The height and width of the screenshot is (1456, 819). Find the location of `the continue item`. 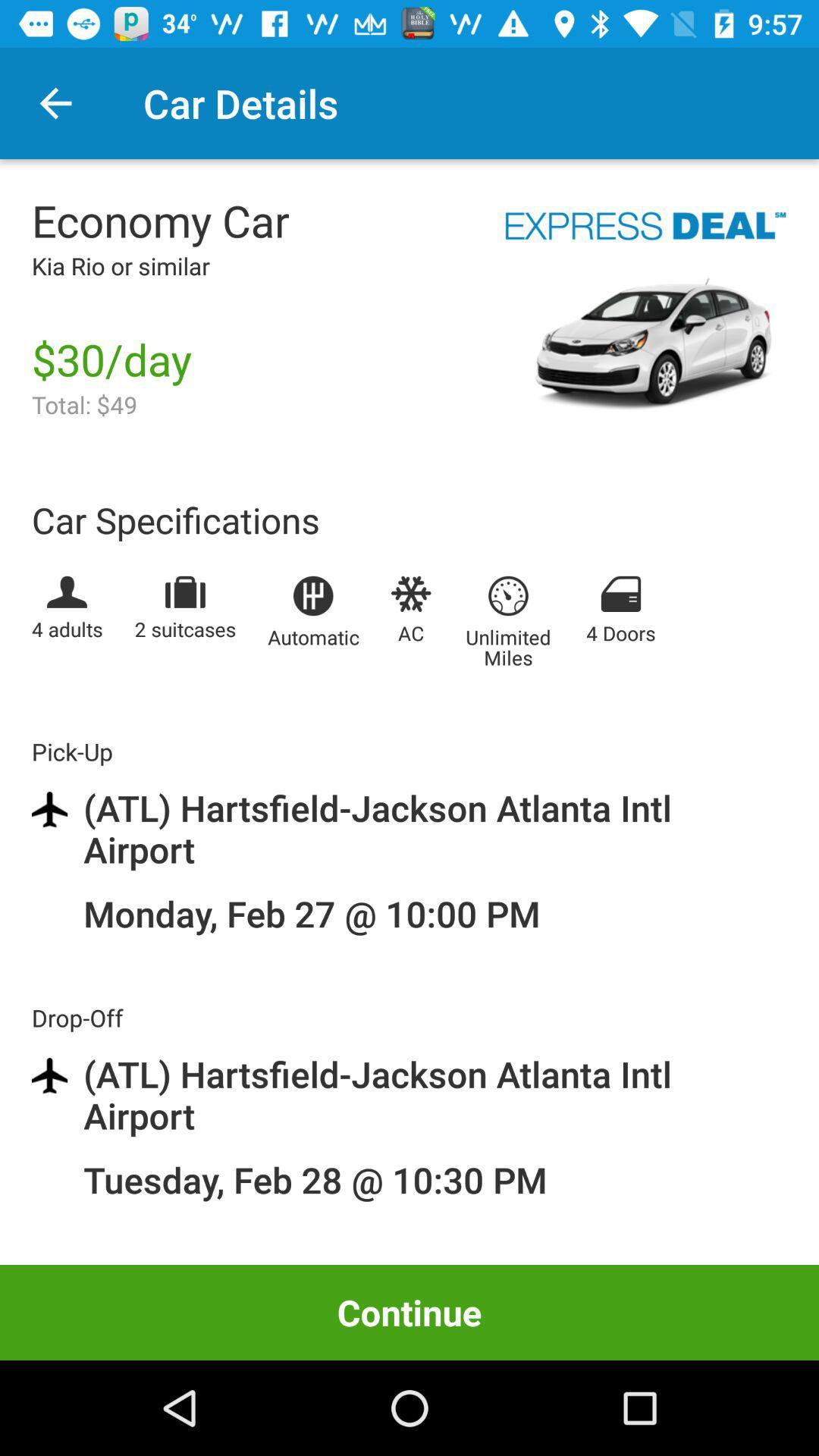

the continue item is located at coordinates (409, 1312).